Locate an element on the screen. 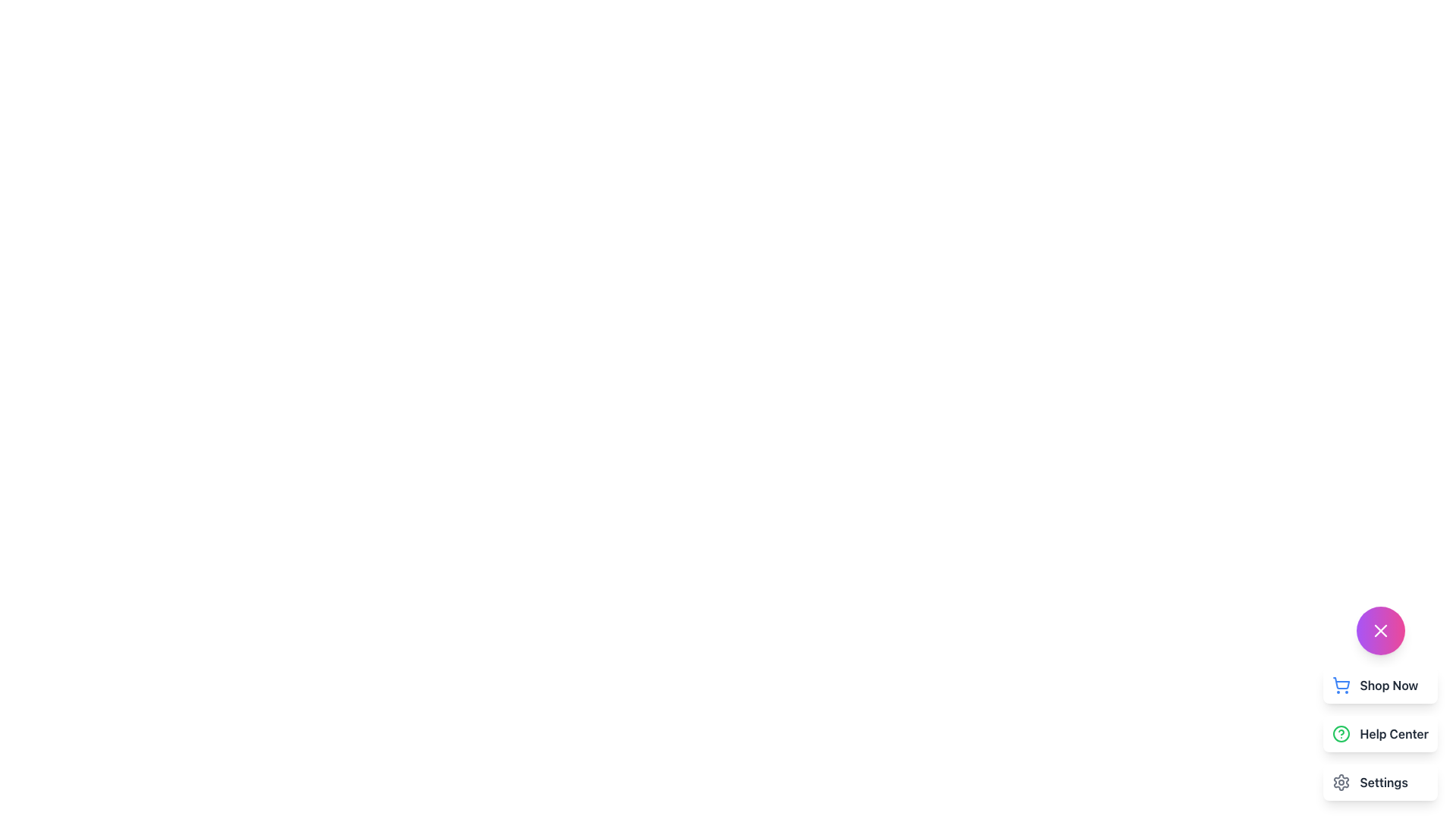 The width and height of the screenshot is (1456, 819). the 'Settings' button, which is a rectangular button with rounded corners, a white background, a cogwheel icon on the left, and bold gray text on the right is located at coordinates (1380, 783).